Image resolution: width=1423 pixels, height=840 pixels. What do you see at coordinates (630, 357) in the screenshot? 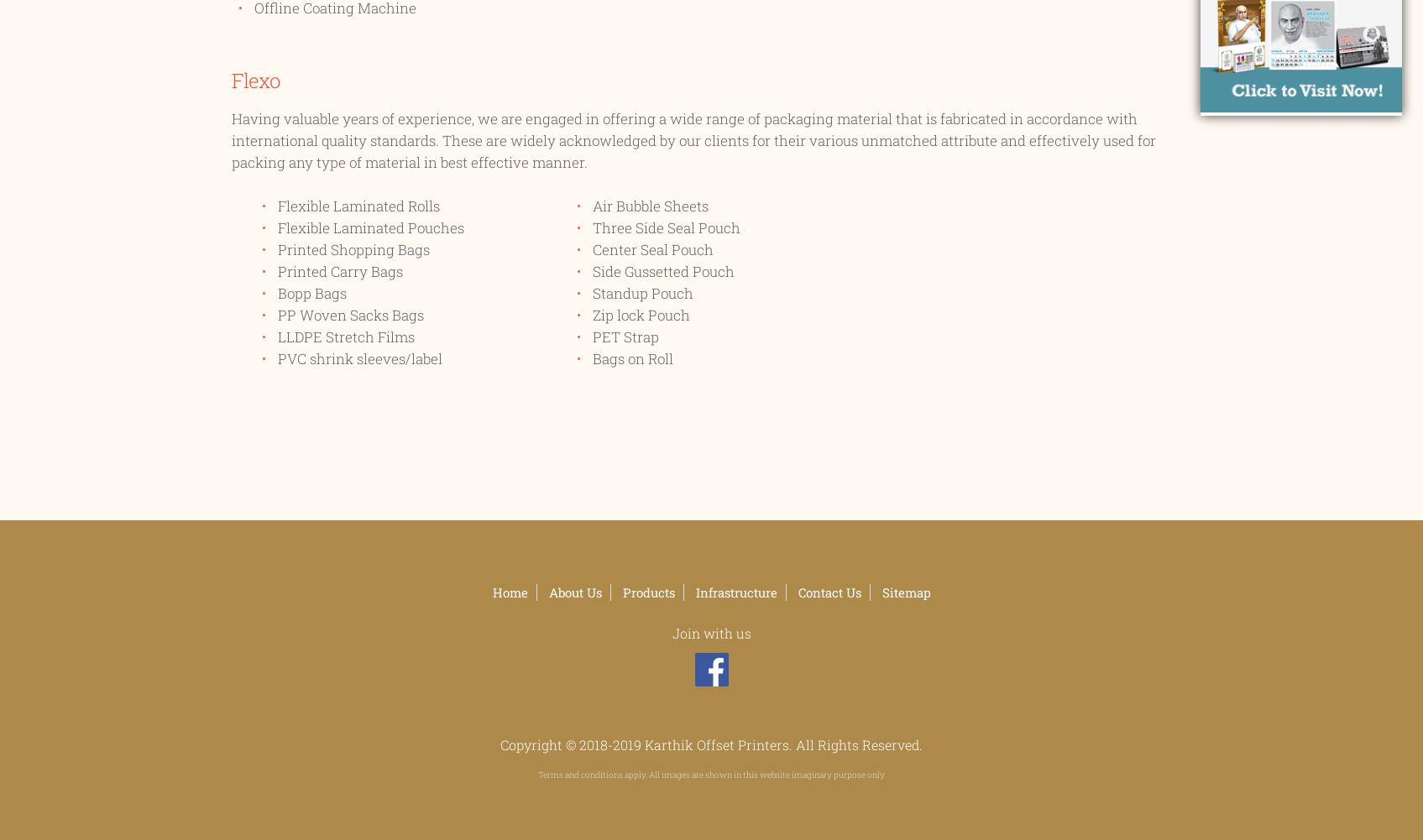
I see `'Bags on Roll'` at bounding box center [630, 357].